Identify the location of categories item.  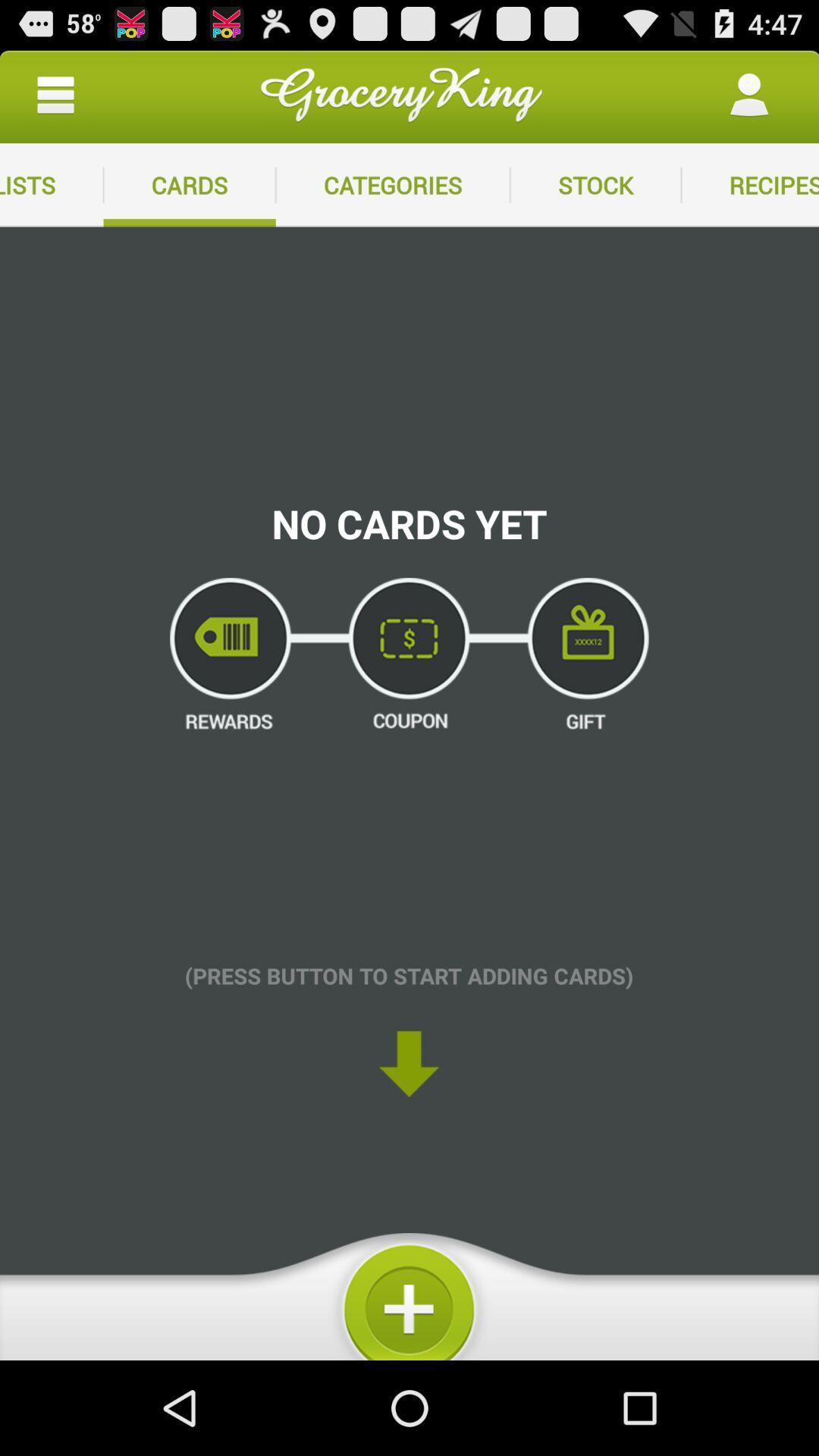
(392, 184).